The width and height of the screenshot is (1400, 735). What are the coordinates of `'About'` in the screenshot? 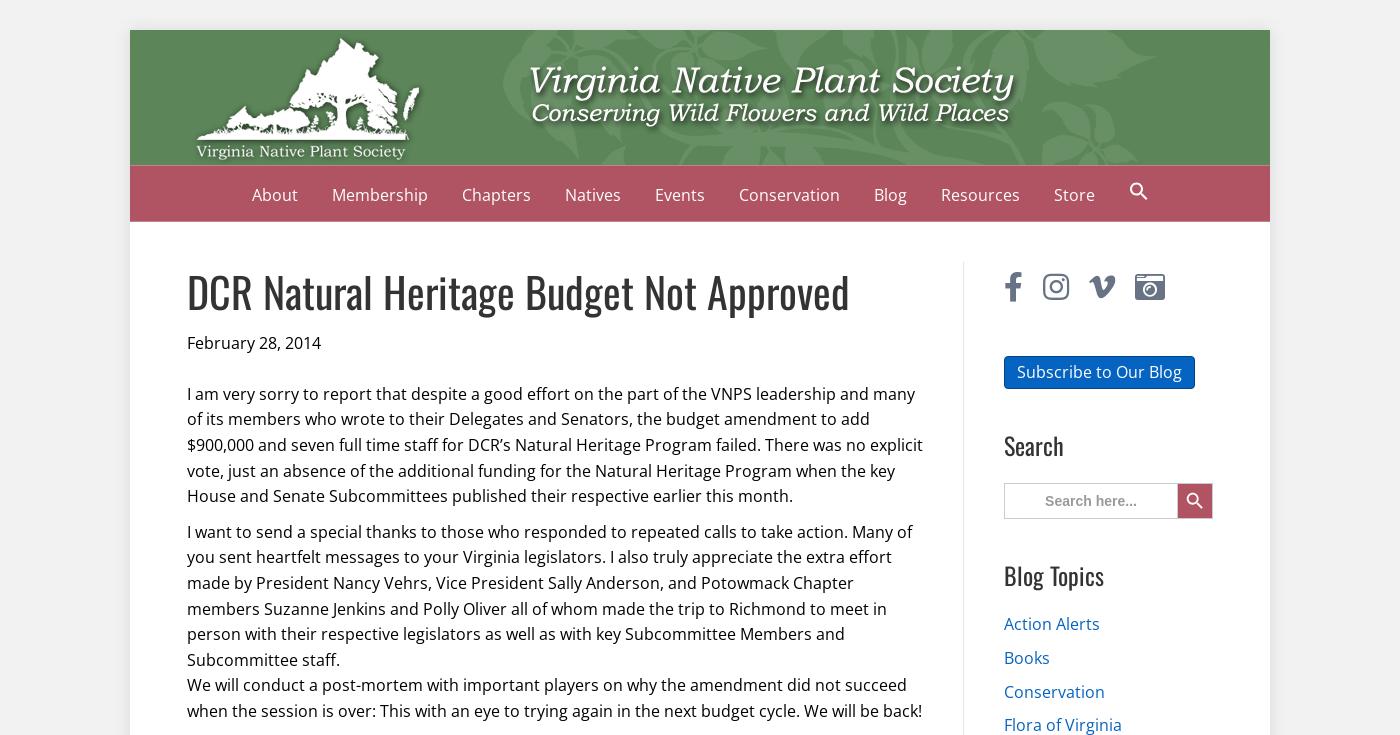 It's located at (273, 194).